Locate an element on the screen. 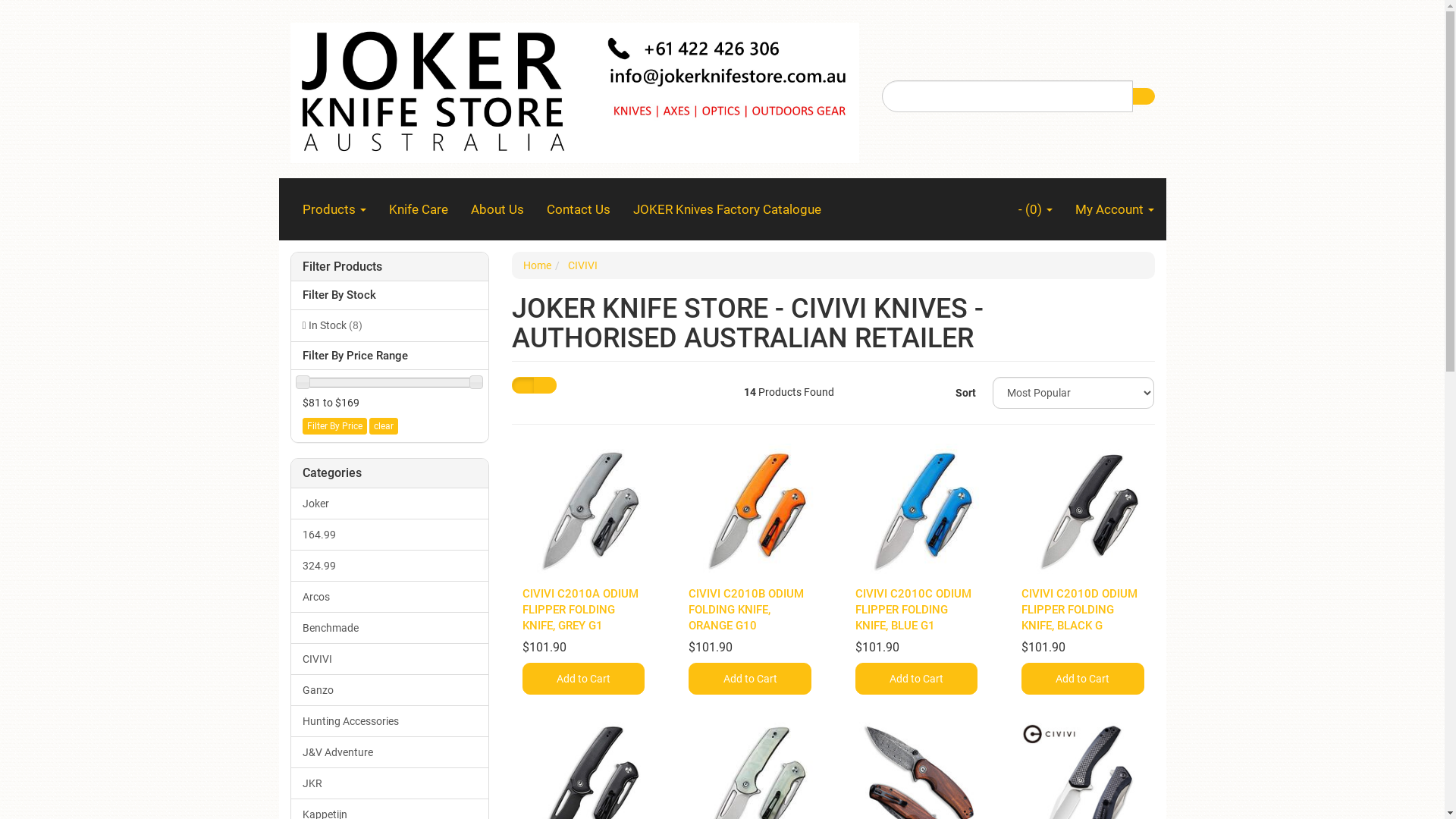 The image size is (1456, 819). '164.99' is located at coordinates (390, 533).